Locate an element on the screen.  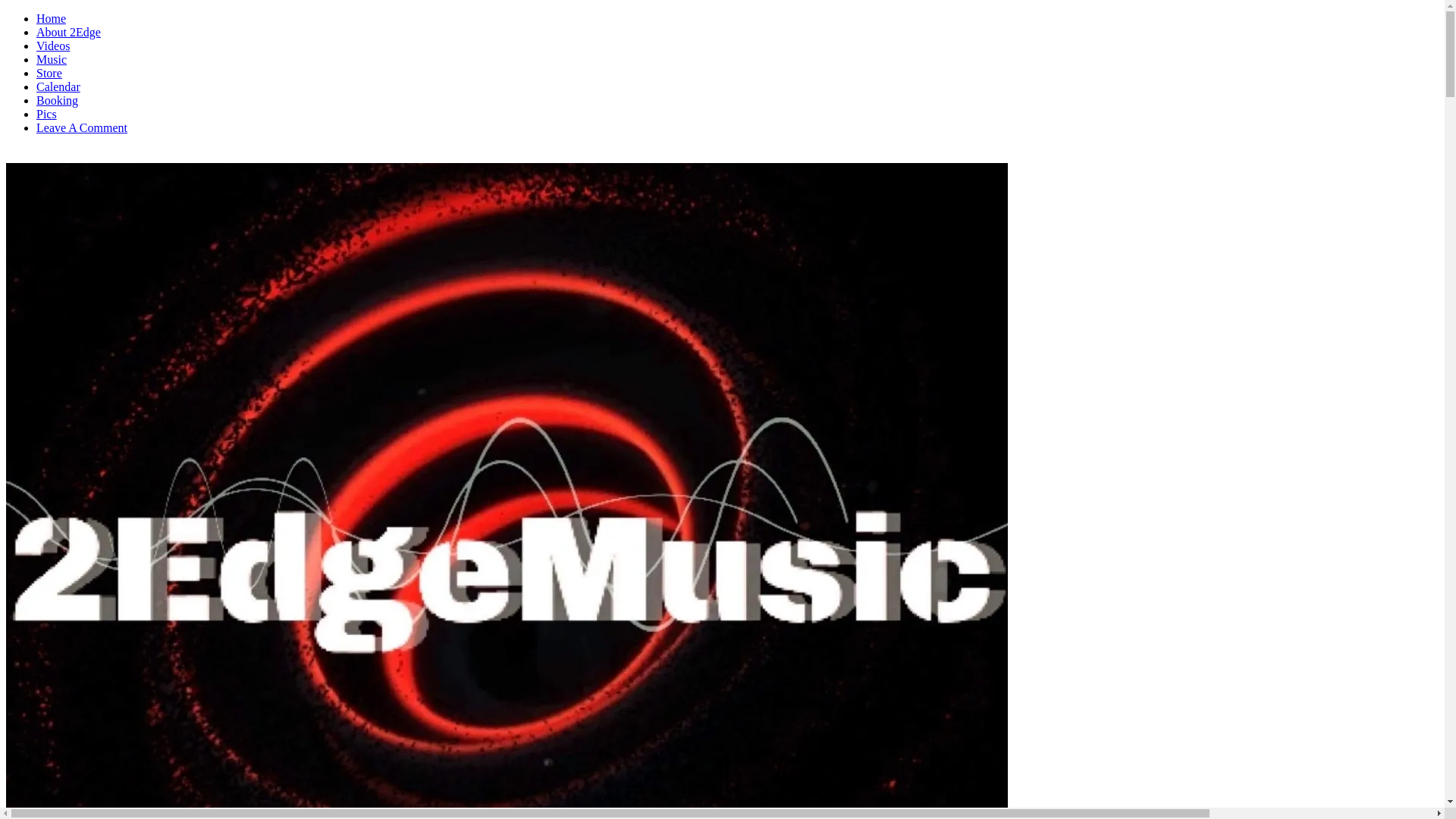
'About 2Edge' is located at coordinates (67, 32).